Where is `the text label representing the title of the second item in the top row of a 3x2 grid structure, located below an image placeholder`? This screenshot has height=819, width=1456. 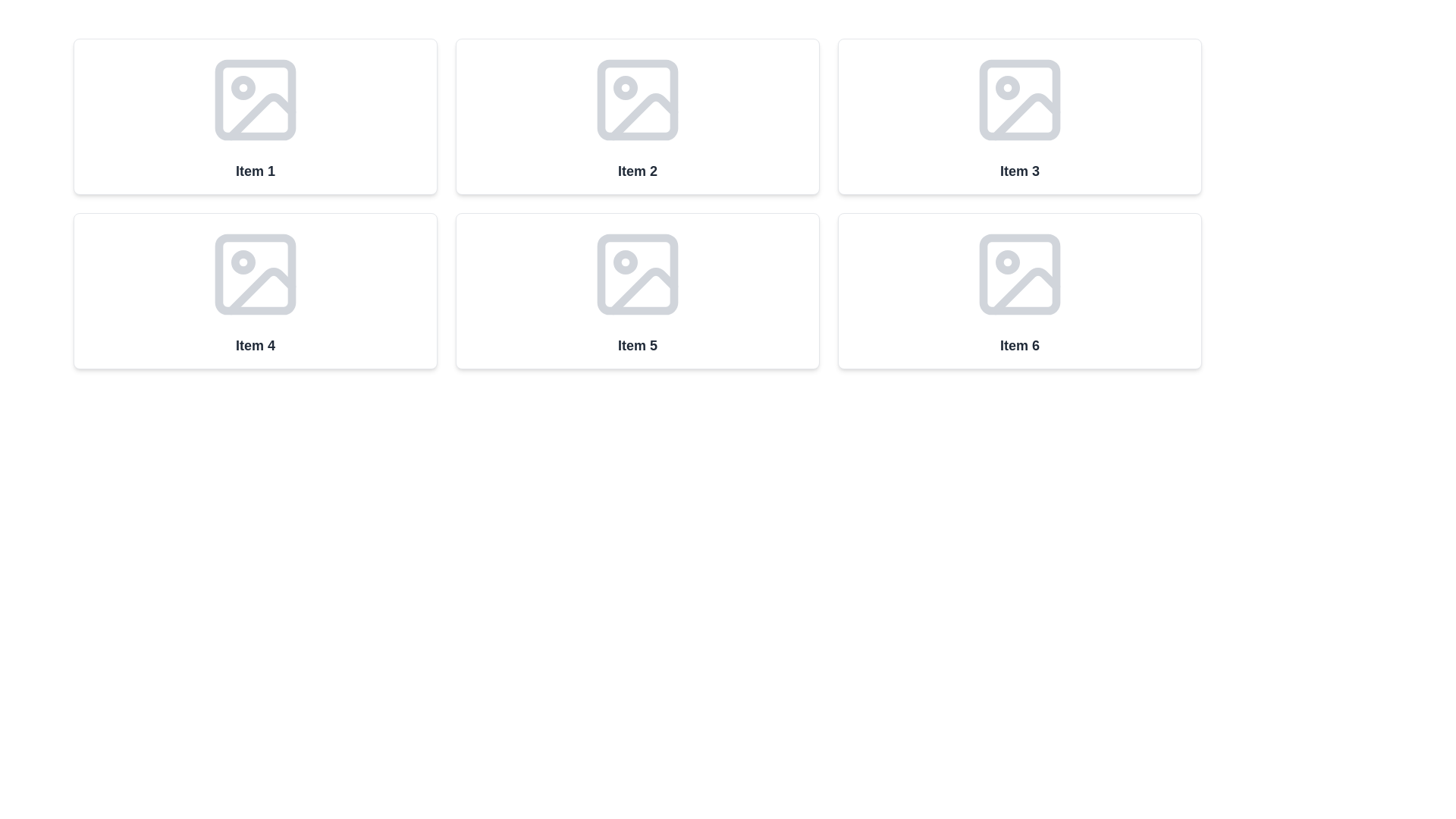 the text label representing the title of the second item in the top row of a 3x2 grid structure, located below an image placeholder is located at coordinates (637, 171).